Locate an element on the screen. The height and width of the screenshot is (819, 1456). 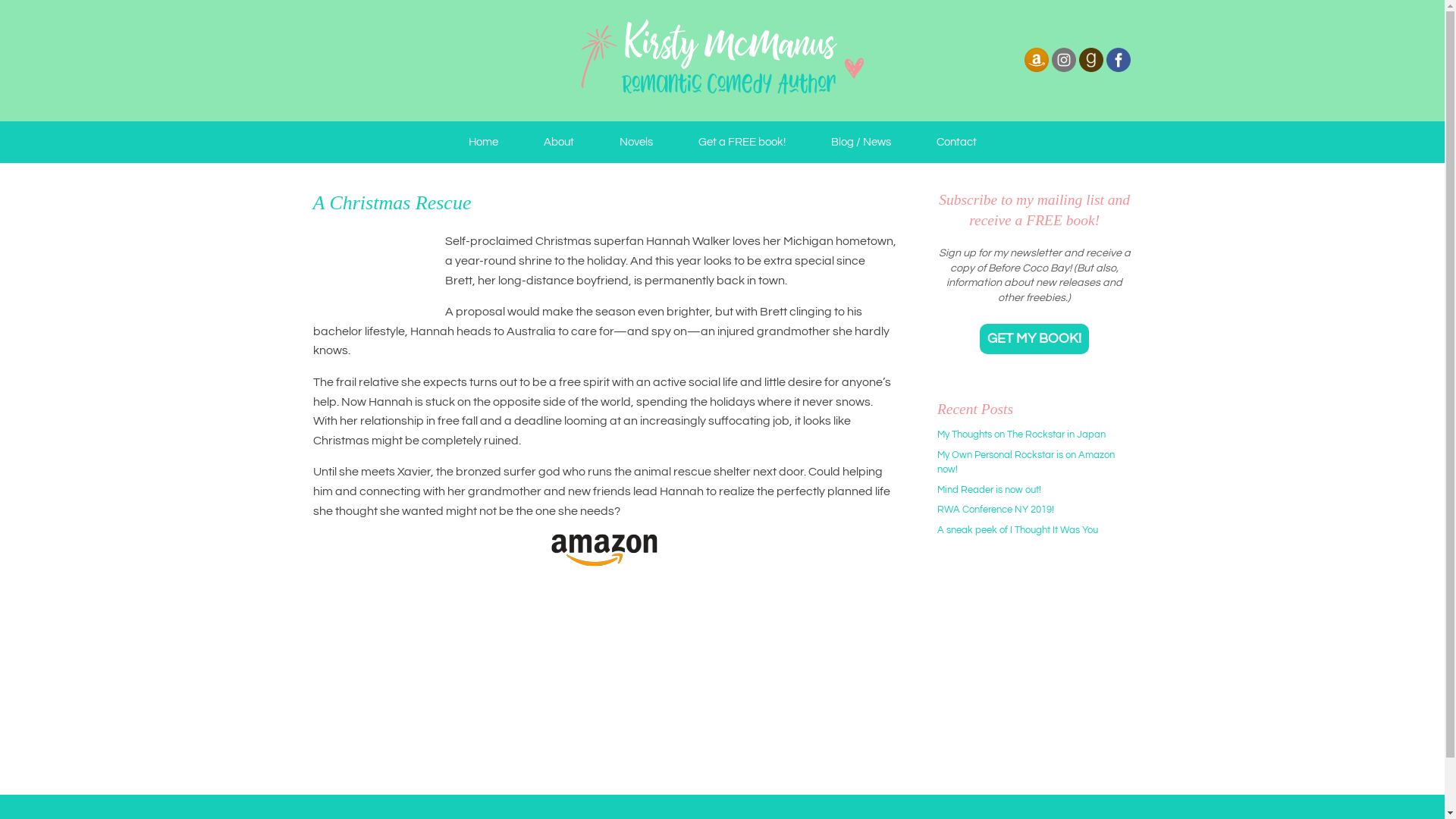
'Novels' is located at coordinates (595, 142).